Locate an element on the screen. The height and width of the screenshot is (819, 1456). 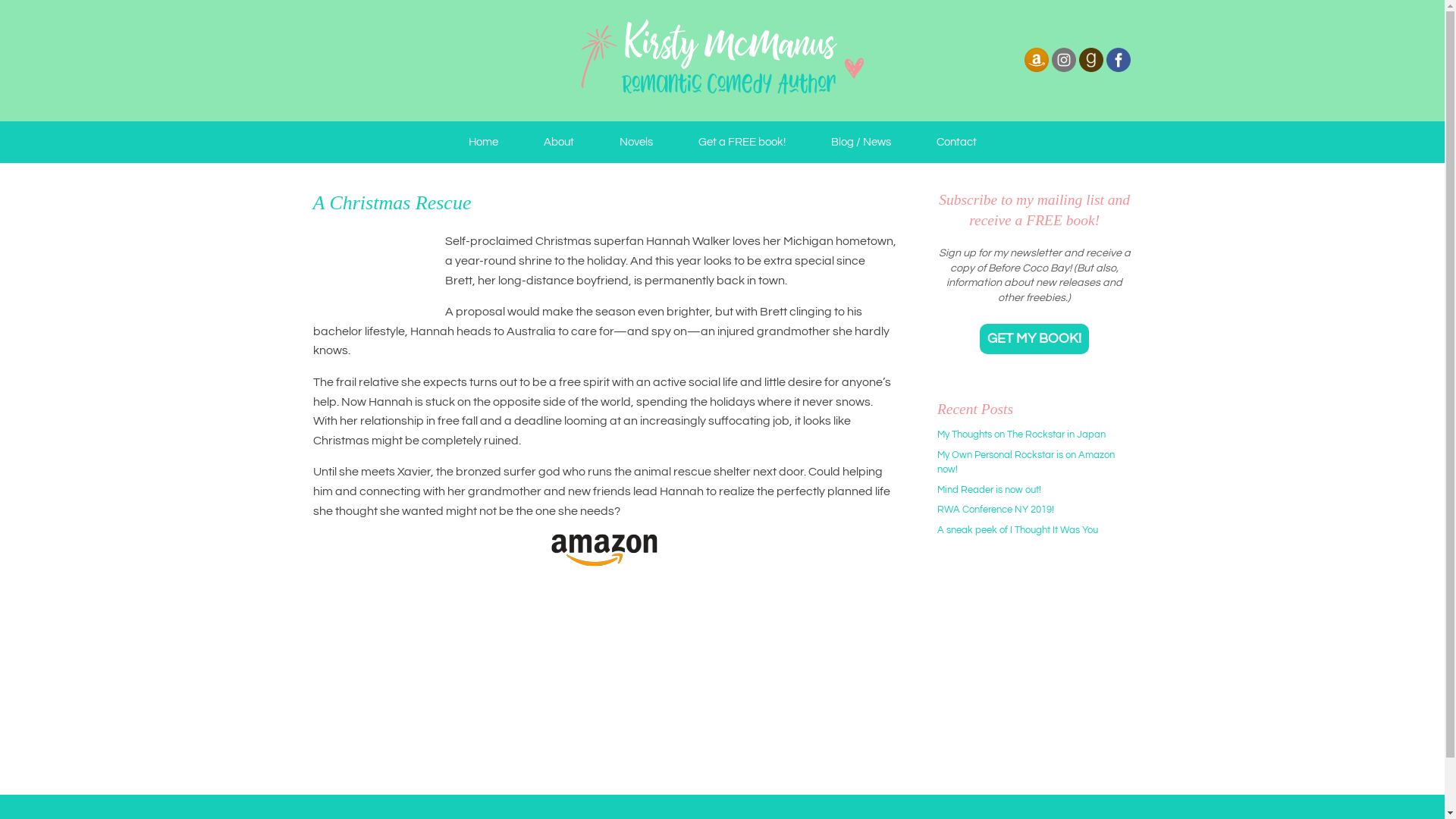
'Novels' is located at coordinates (595, 142).